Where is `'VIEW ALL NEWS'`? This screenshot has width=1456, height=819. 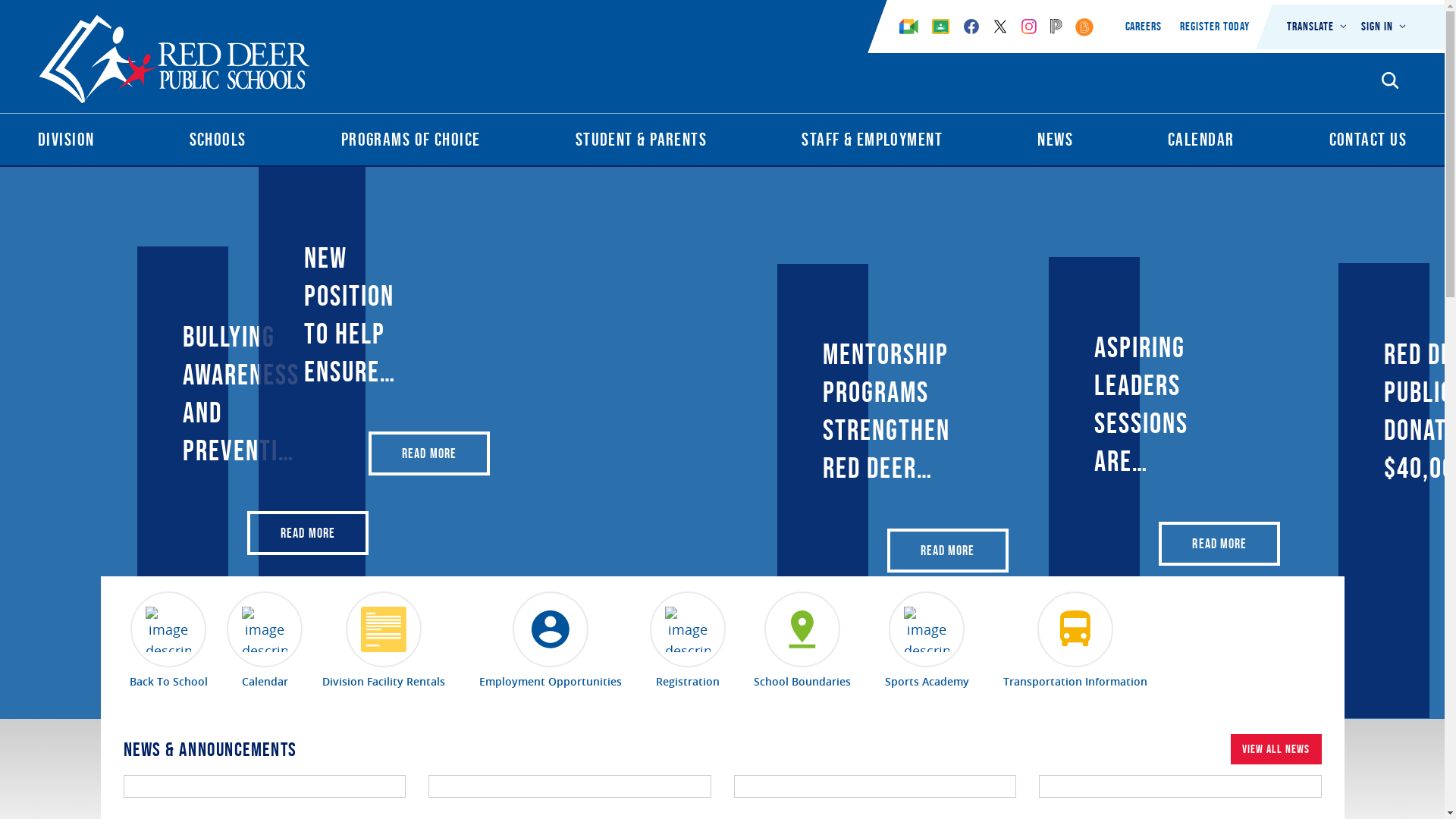 'VIEW ALL NEWS' is located at coordinates (1274, 748).